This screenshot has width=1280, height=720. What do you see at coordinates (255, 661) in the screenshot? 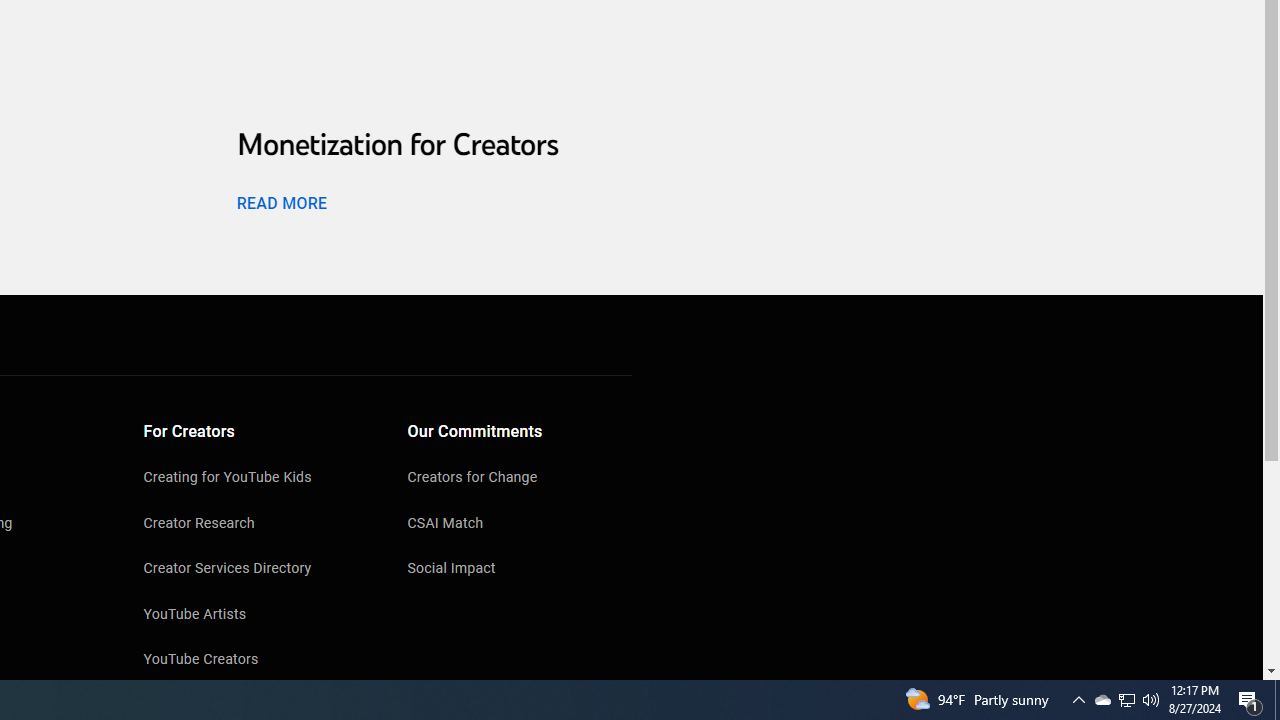
I see `'YouTube Creators'` at bounding box center [255, 661].